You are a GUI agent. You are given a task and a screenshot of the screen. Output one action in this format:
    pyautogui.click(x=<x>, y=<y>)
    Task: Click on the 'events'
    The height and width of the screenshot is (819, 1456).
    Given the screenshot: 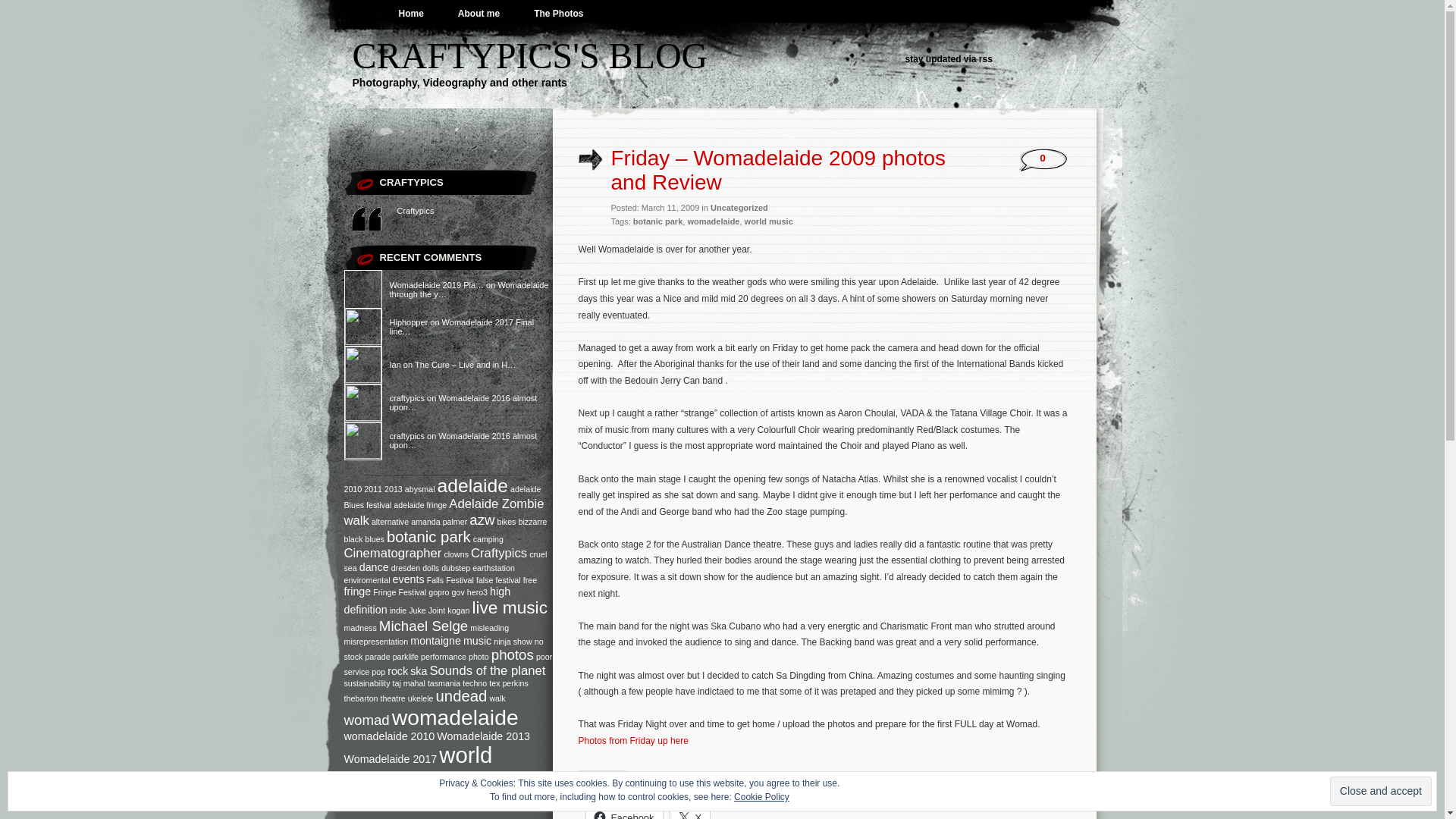 What is the action you would take?
    pyautogui.click(x=408, y=579)
    